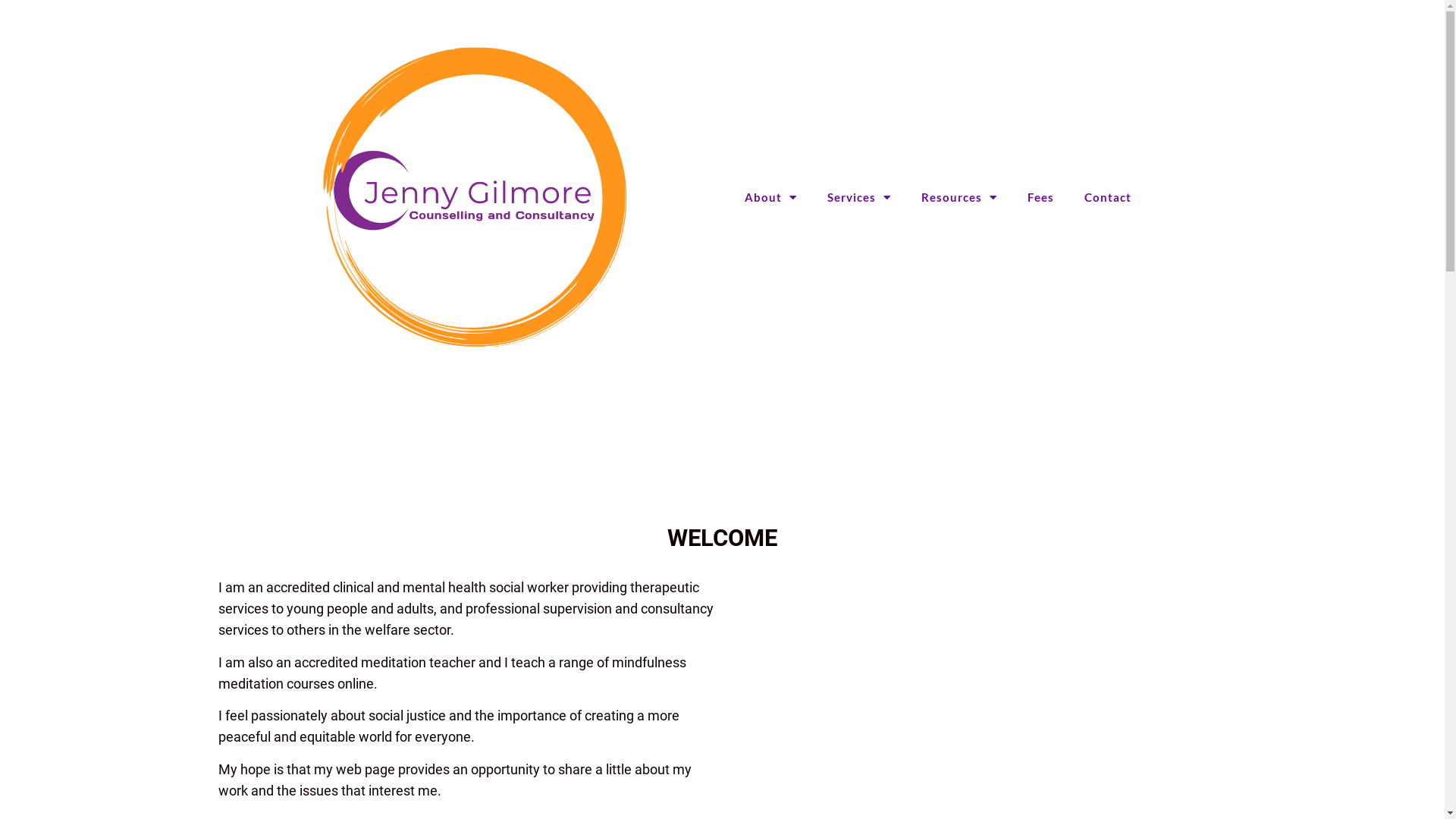 The height and width of the screenshot is (819, 1456). I want to click on 'Contact', so click(1107, 196).